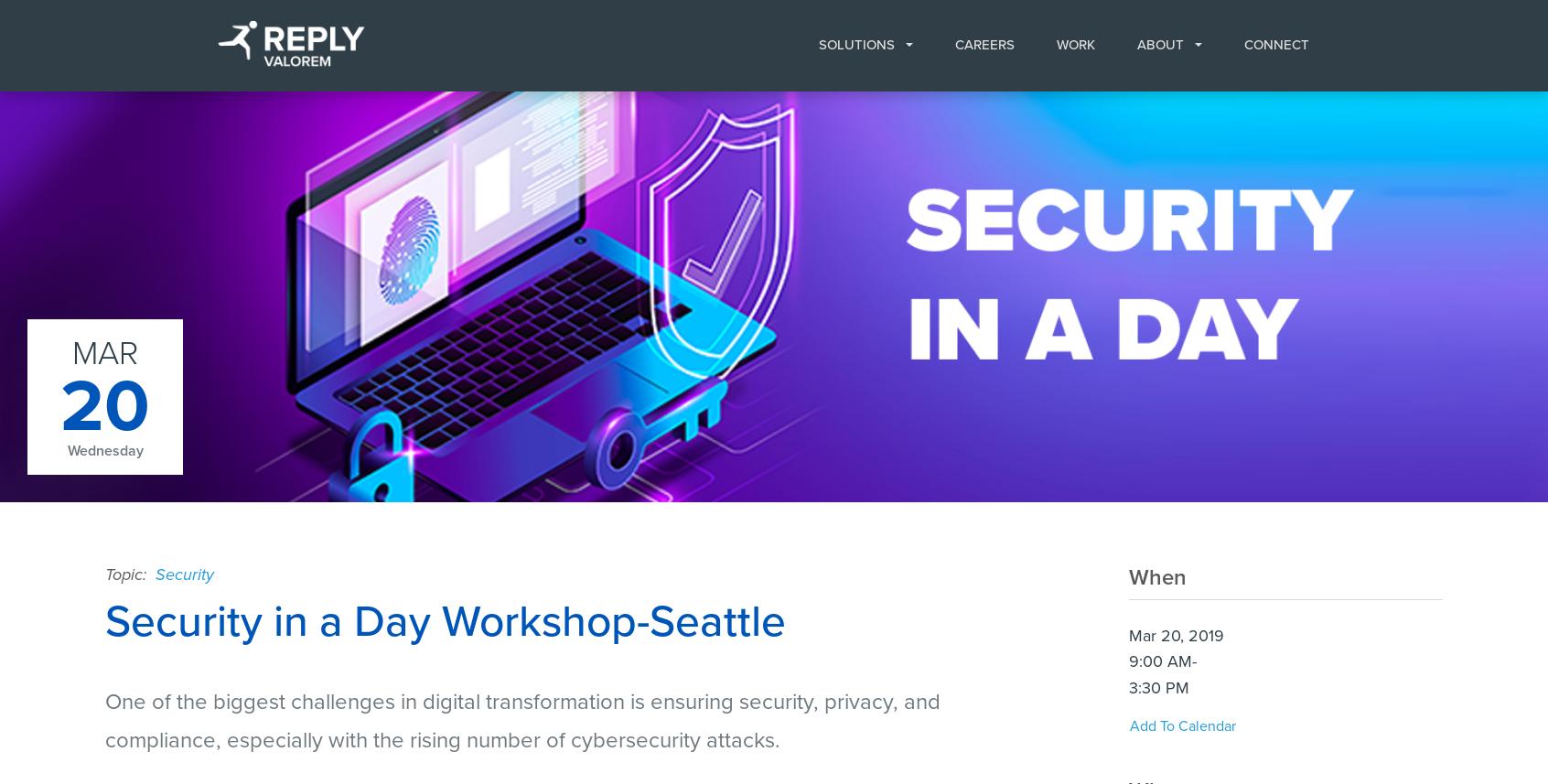 The width and height of the screenshot is (1548, 784). What do you see at coordinates (1158, 685) in the screenshot?
I see `'3:30 PM'` at bounding box center [1158, 685].